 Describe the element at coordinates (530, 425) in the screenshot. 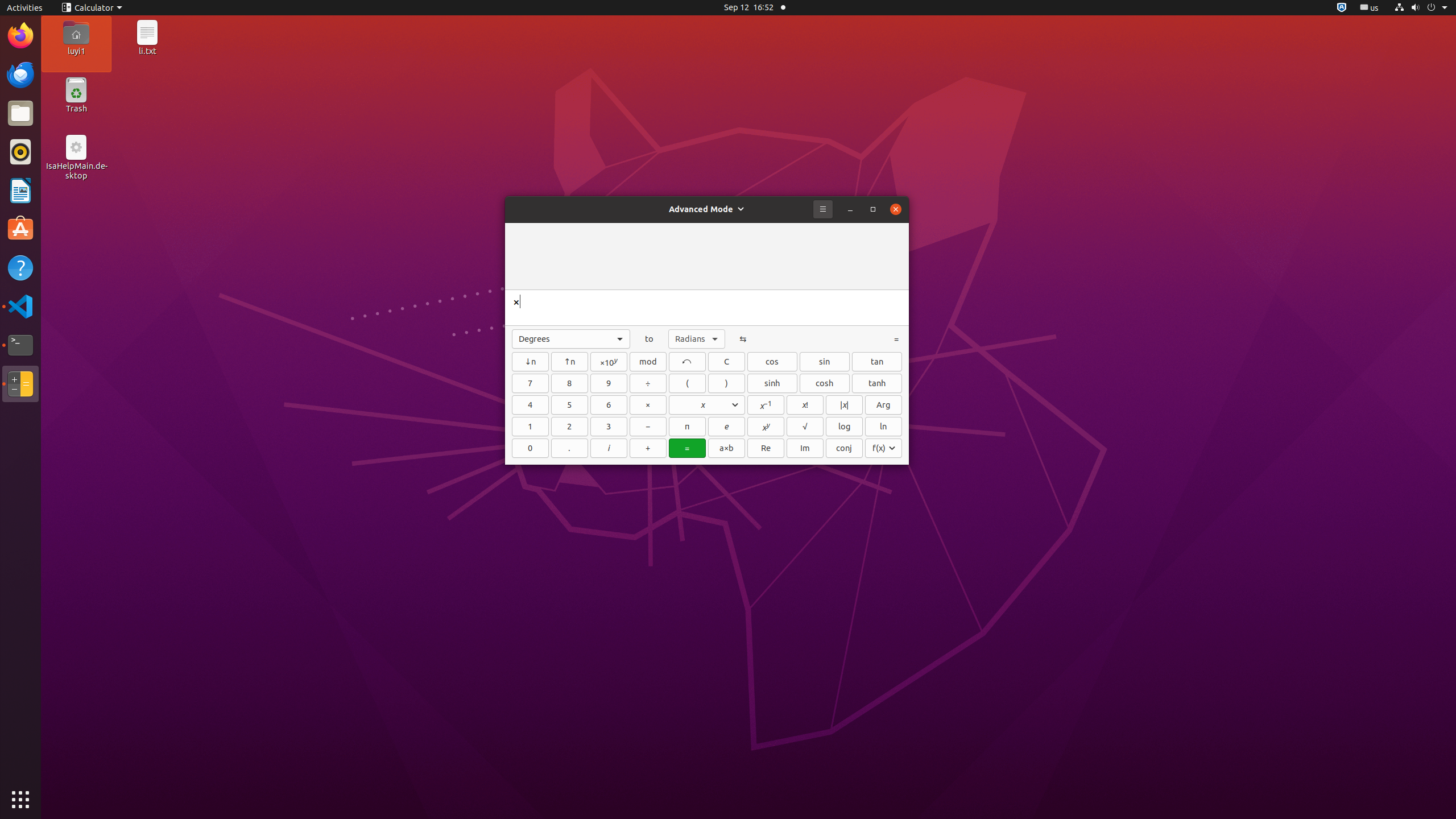

I see `'1'` at that location.